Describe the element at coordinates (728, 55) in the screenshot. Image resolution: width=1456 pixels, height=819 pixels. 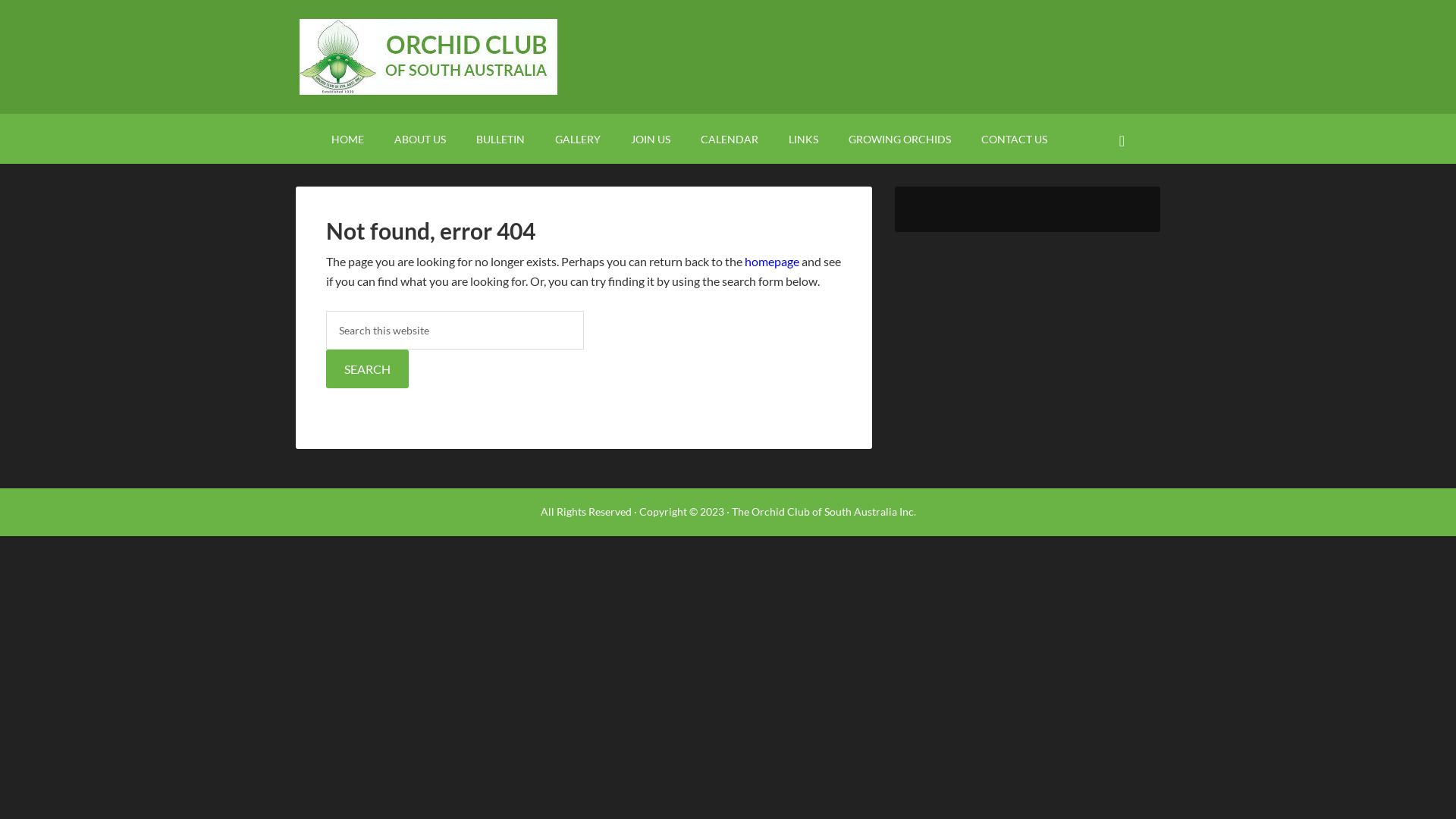
I see `'ORCHID CLUB OF SOUTH AUSTRALIA INC.'` at that location.